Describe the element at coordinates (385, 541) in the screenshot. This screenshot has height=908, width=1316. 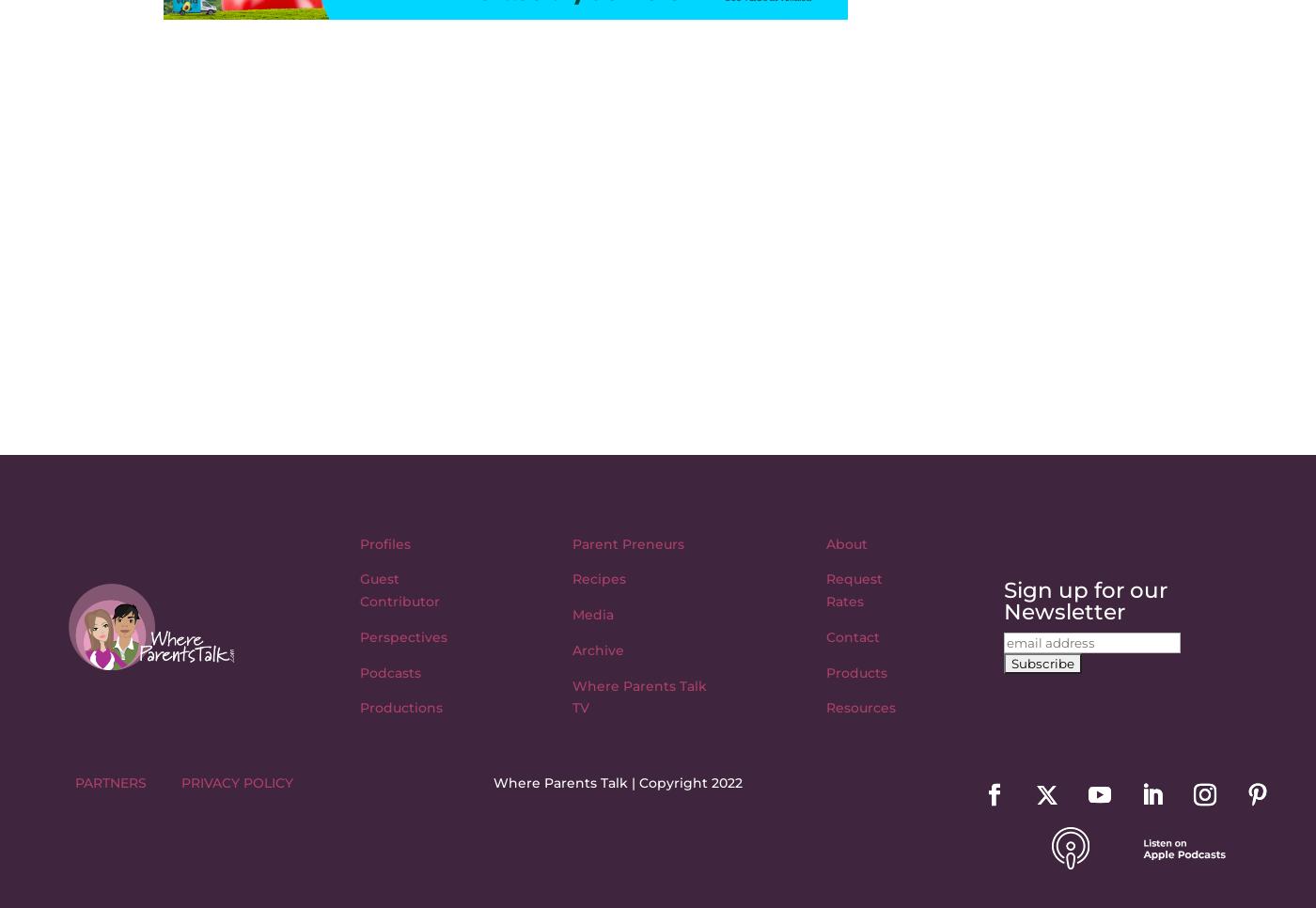
I see `'Profiles'` at that location.